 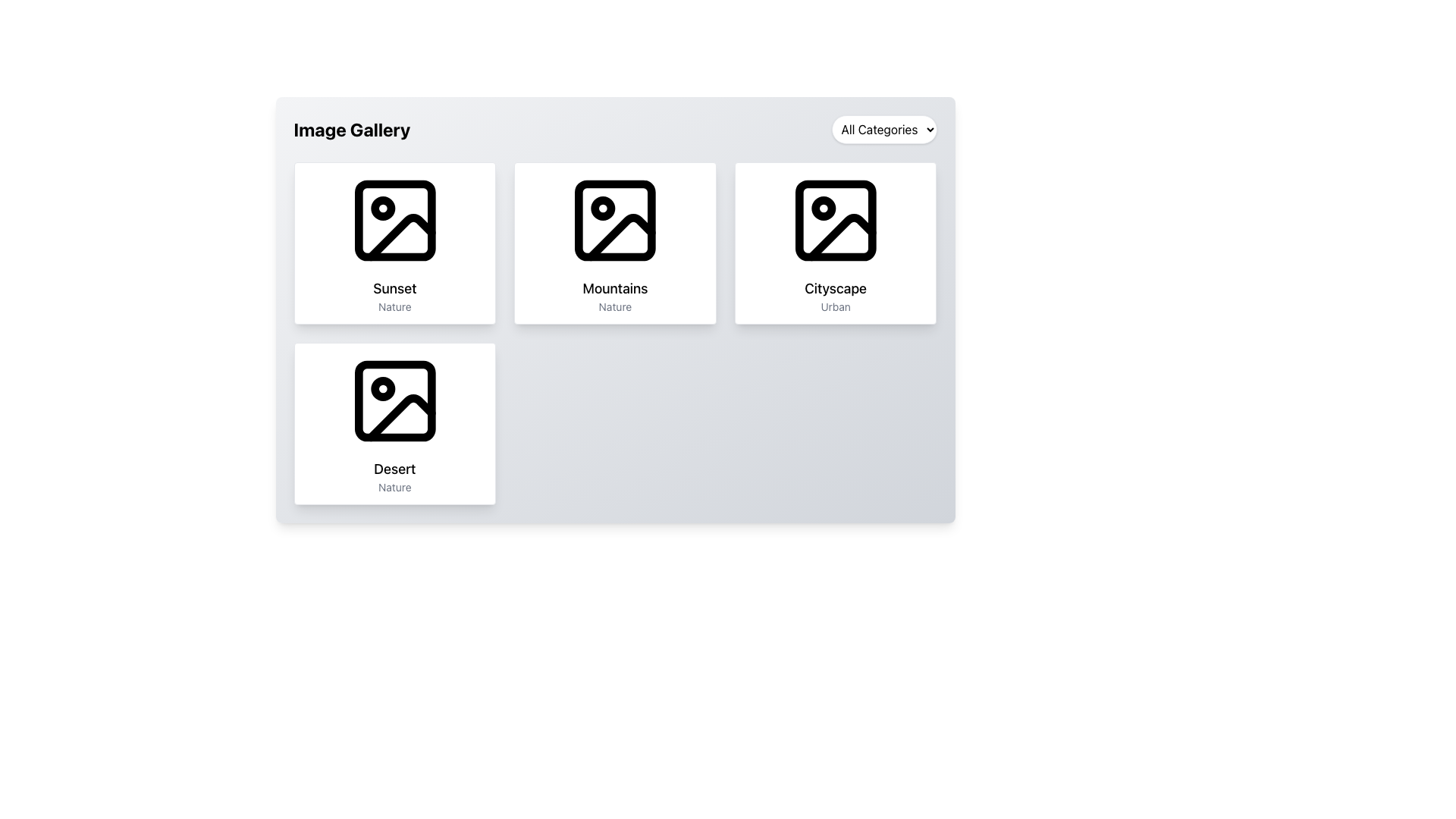 What do you see at coordinates (382, 388) in the screenshot?
I see `the decorative circle indicator located in the bottom-left image box labeled 'Desert' within the gallery layout` at bounding box center [382, 388].